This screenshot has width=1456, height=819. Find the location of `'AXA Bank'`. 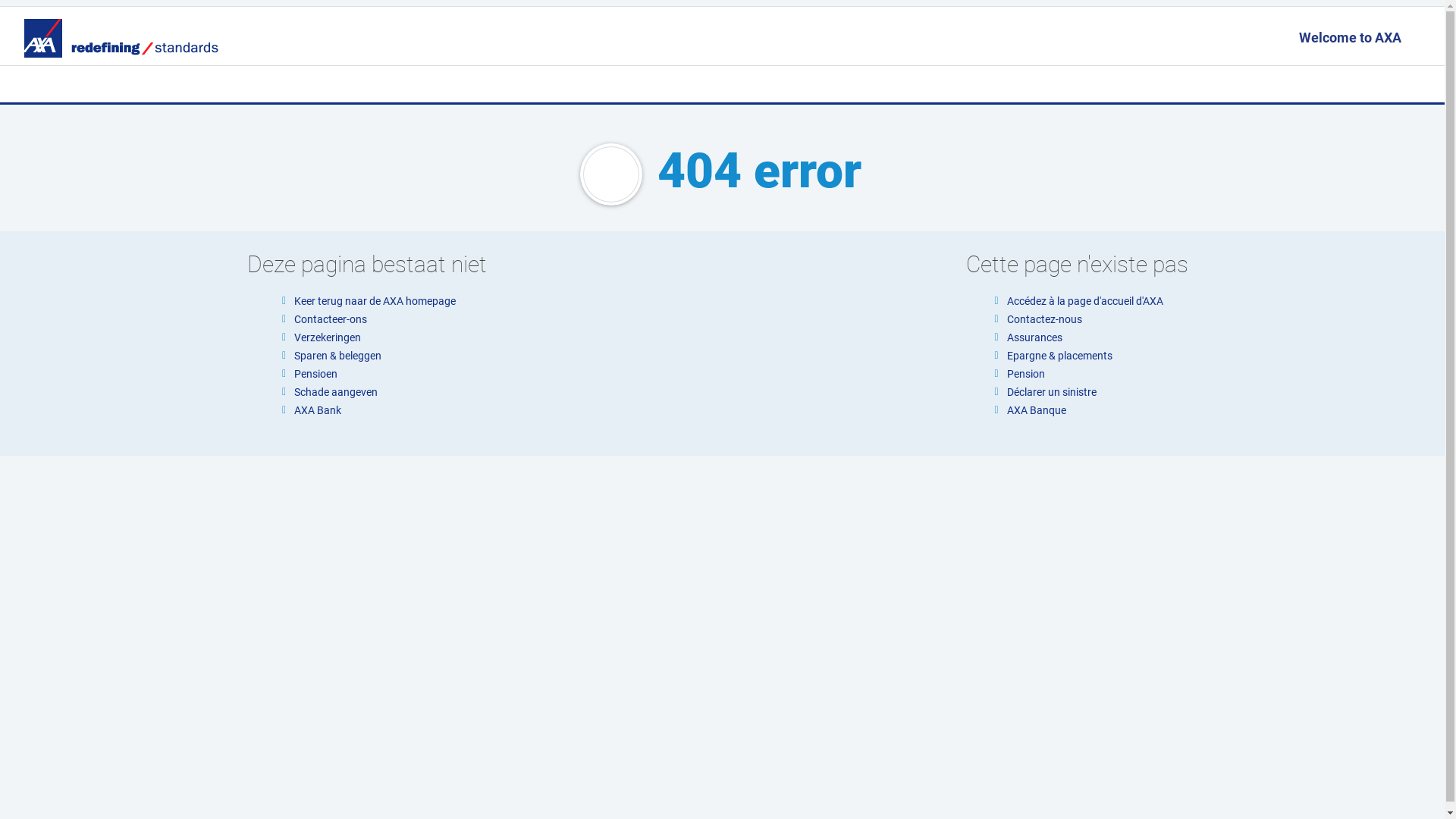

'AXA Bank' is located at coordinates (316, 409).